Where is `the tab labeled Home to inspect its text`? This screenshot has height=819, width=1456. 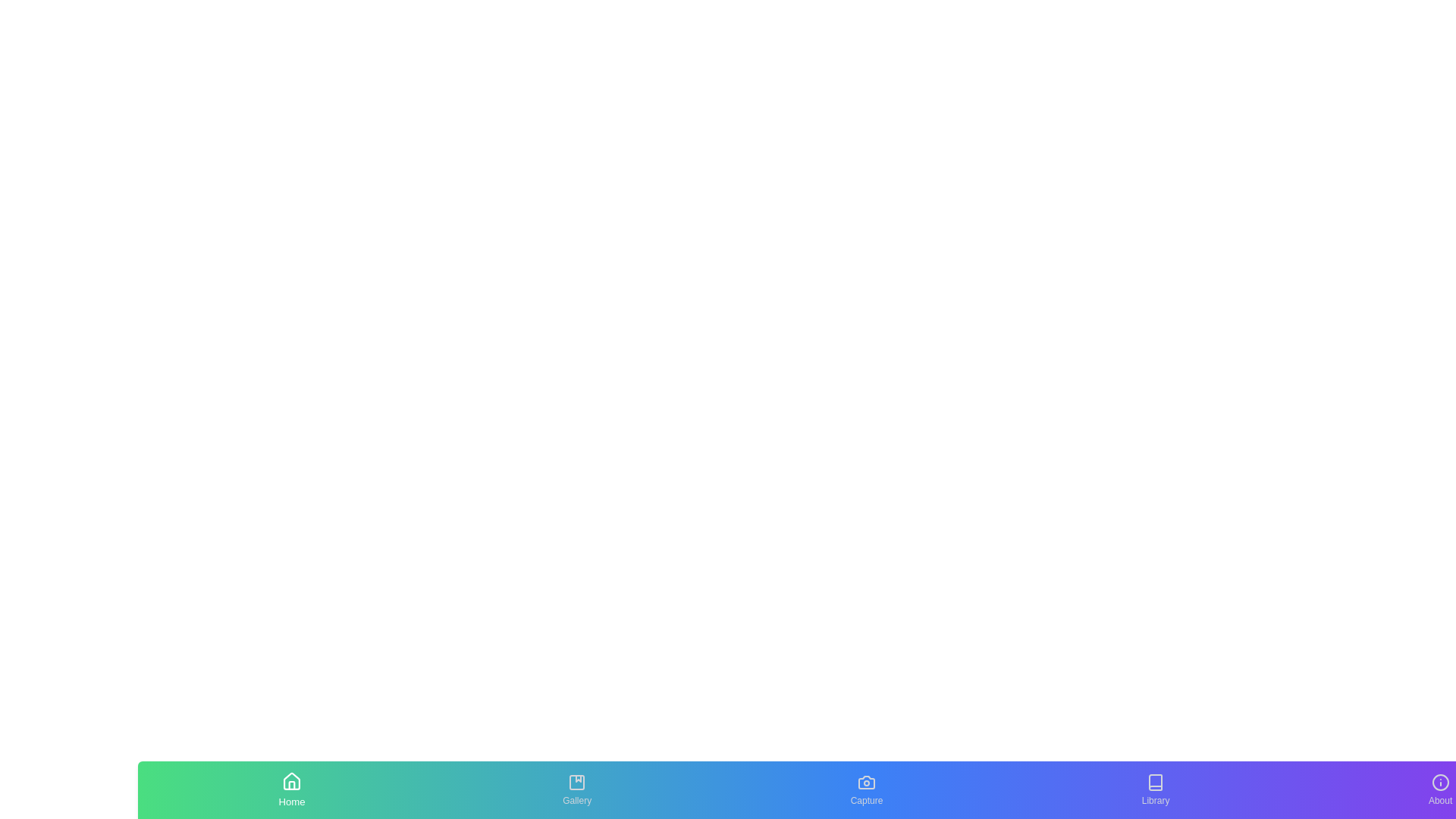 the tab labeled Home to inspect its text is located at coordinates (291, 789).